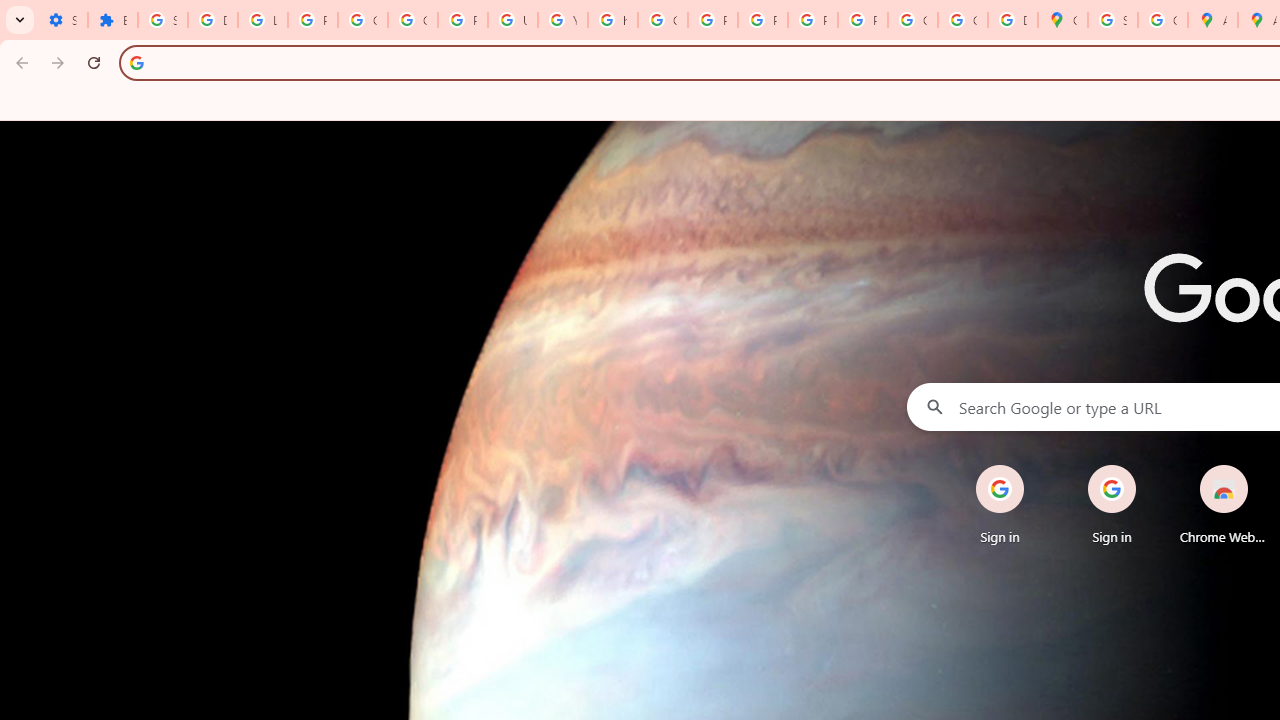  What do you see at coordinates (712, 20) in the screenshot?
I see `'Privacy Help Center - Policies Help'` at bounding box center [712, 20].